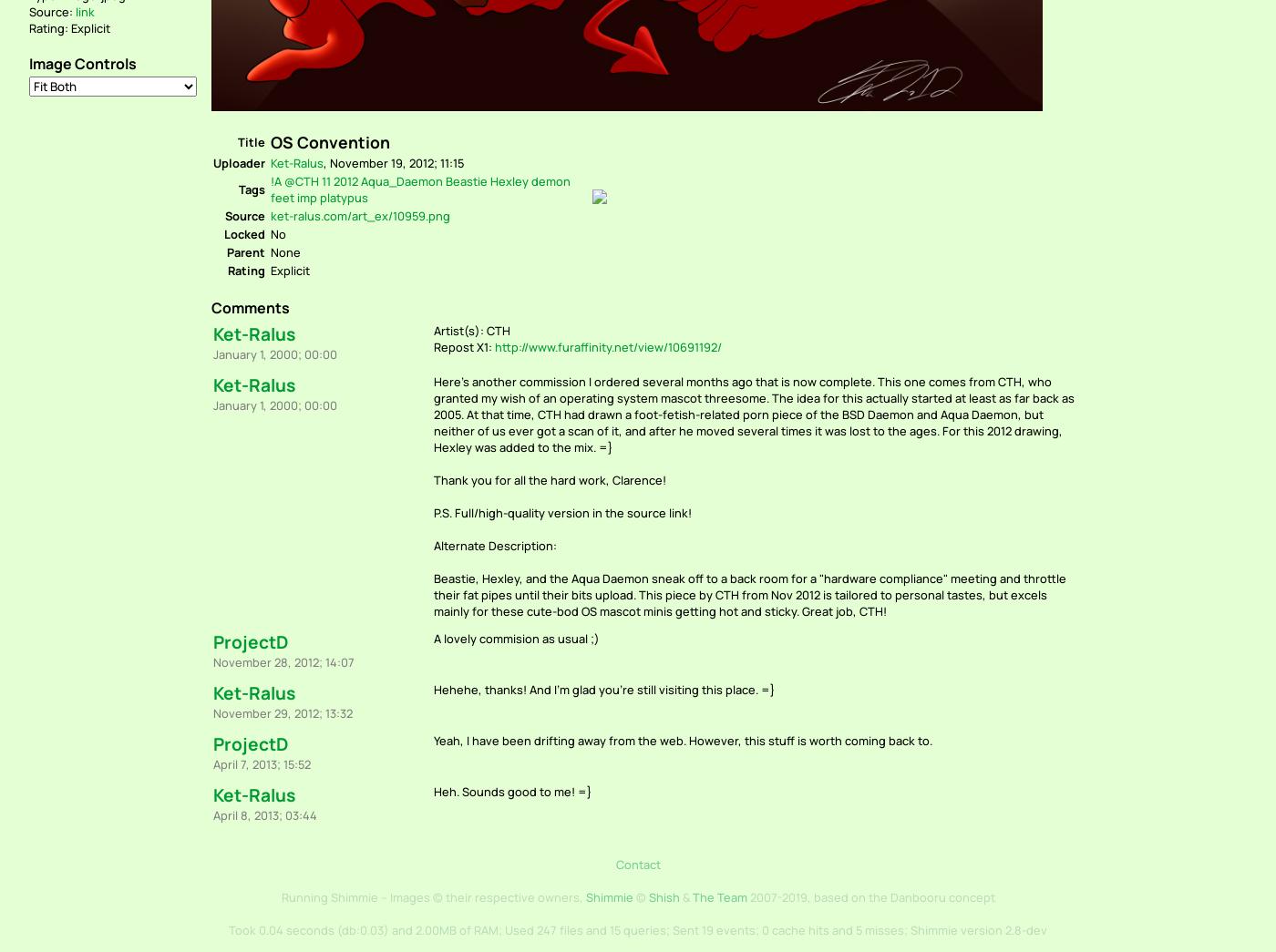 The width and height of the screenshot is (1276, 952). Describe the element at coordinates (472, 330) in the screenshot. I see `'Artist(s): CTH'` at that location.